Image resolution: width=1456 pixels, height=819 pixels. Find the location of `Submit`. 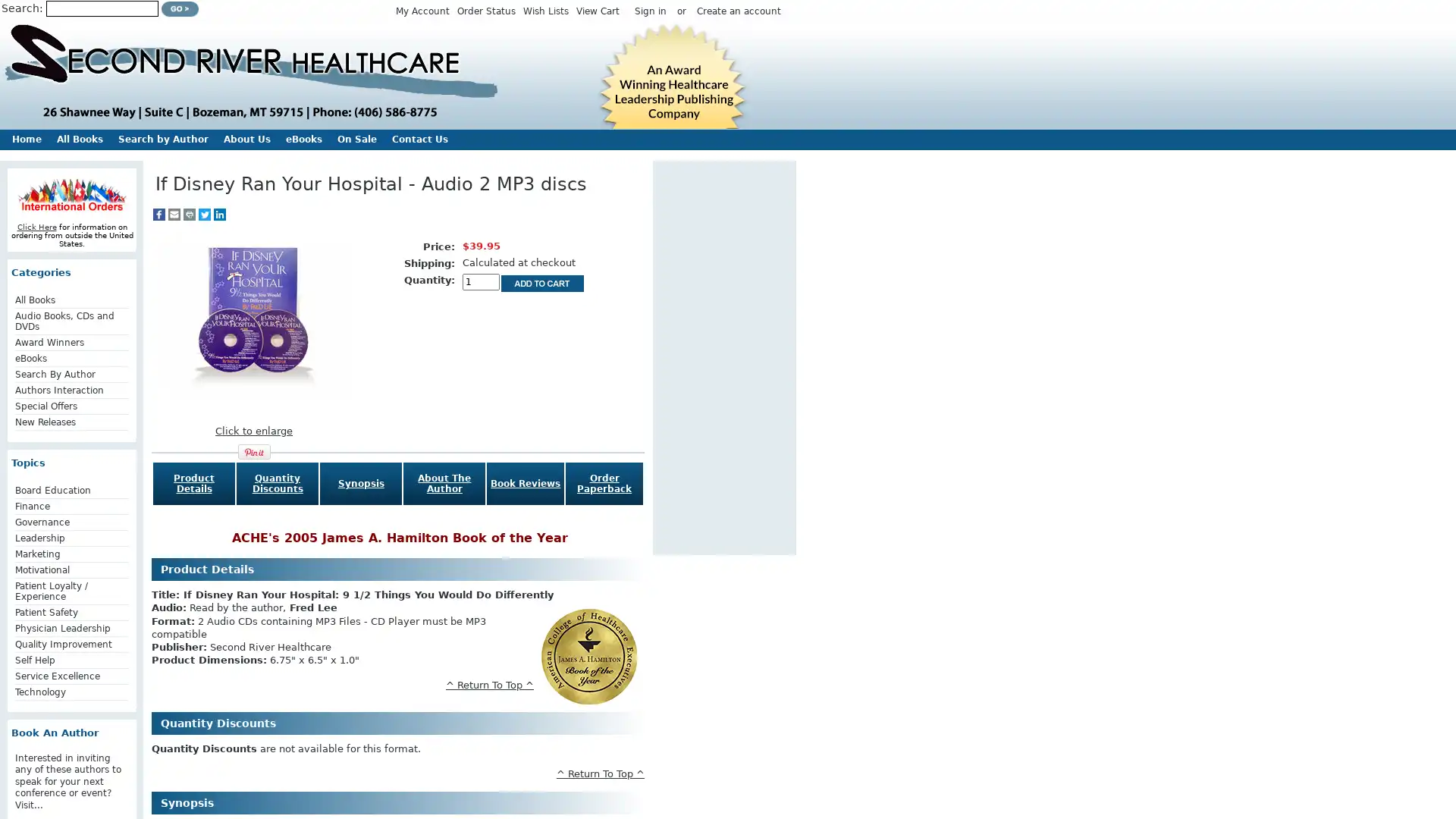

Submit is located at coordinates (180, 8).